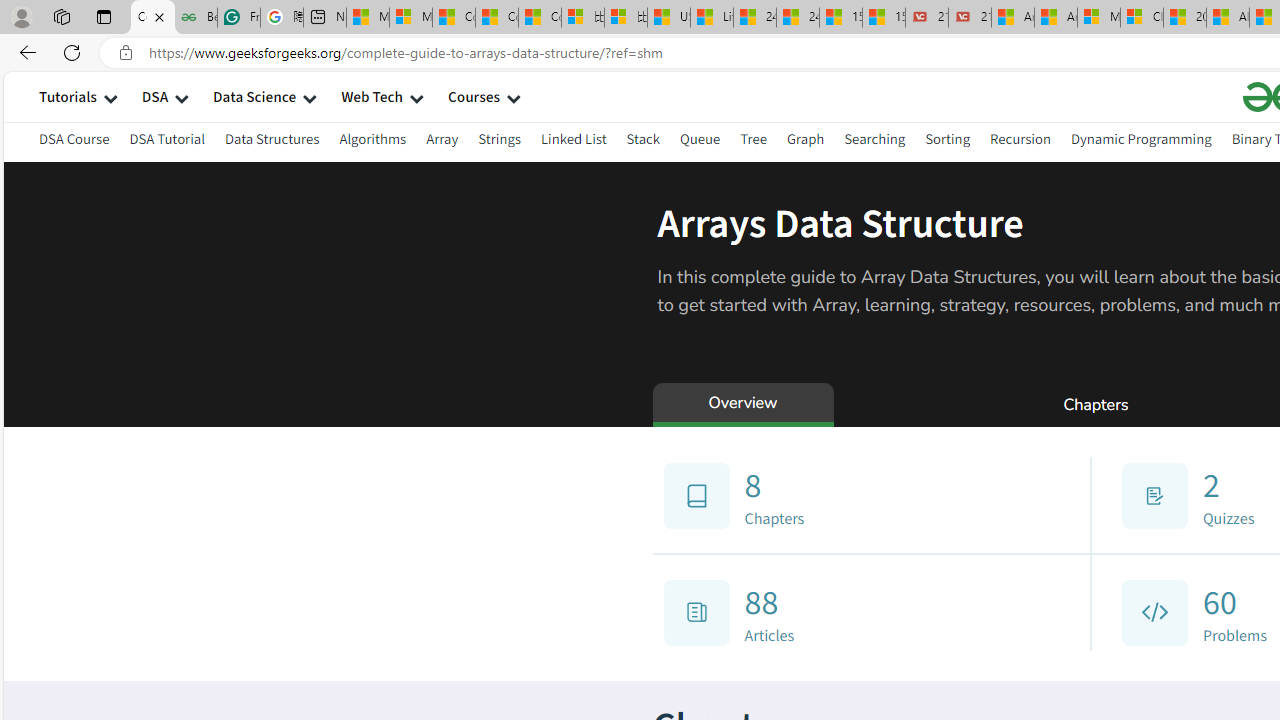  I want to click on 'Linked List', so click(572, 141).